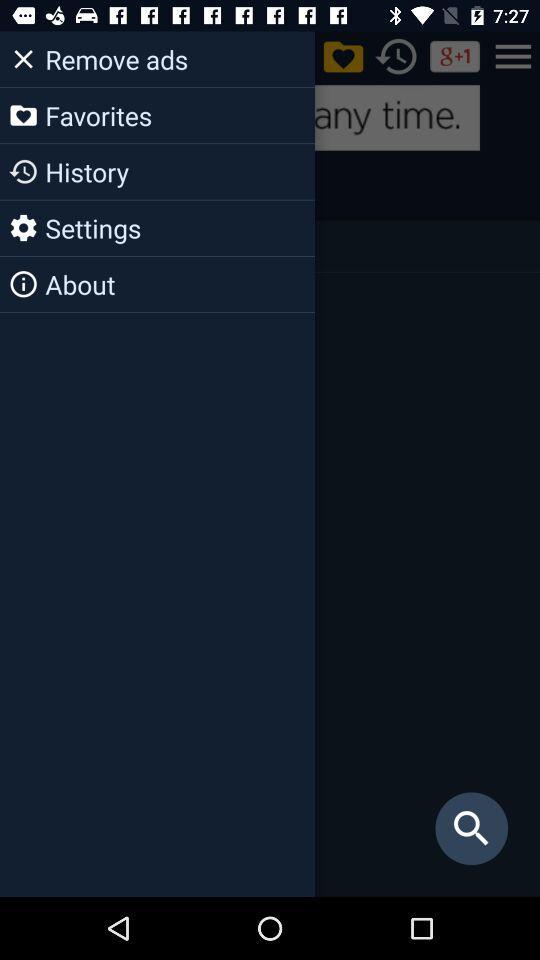  Describe the element at coordinates (396, 55) in the screenshot. I see `the history icon` at that location.